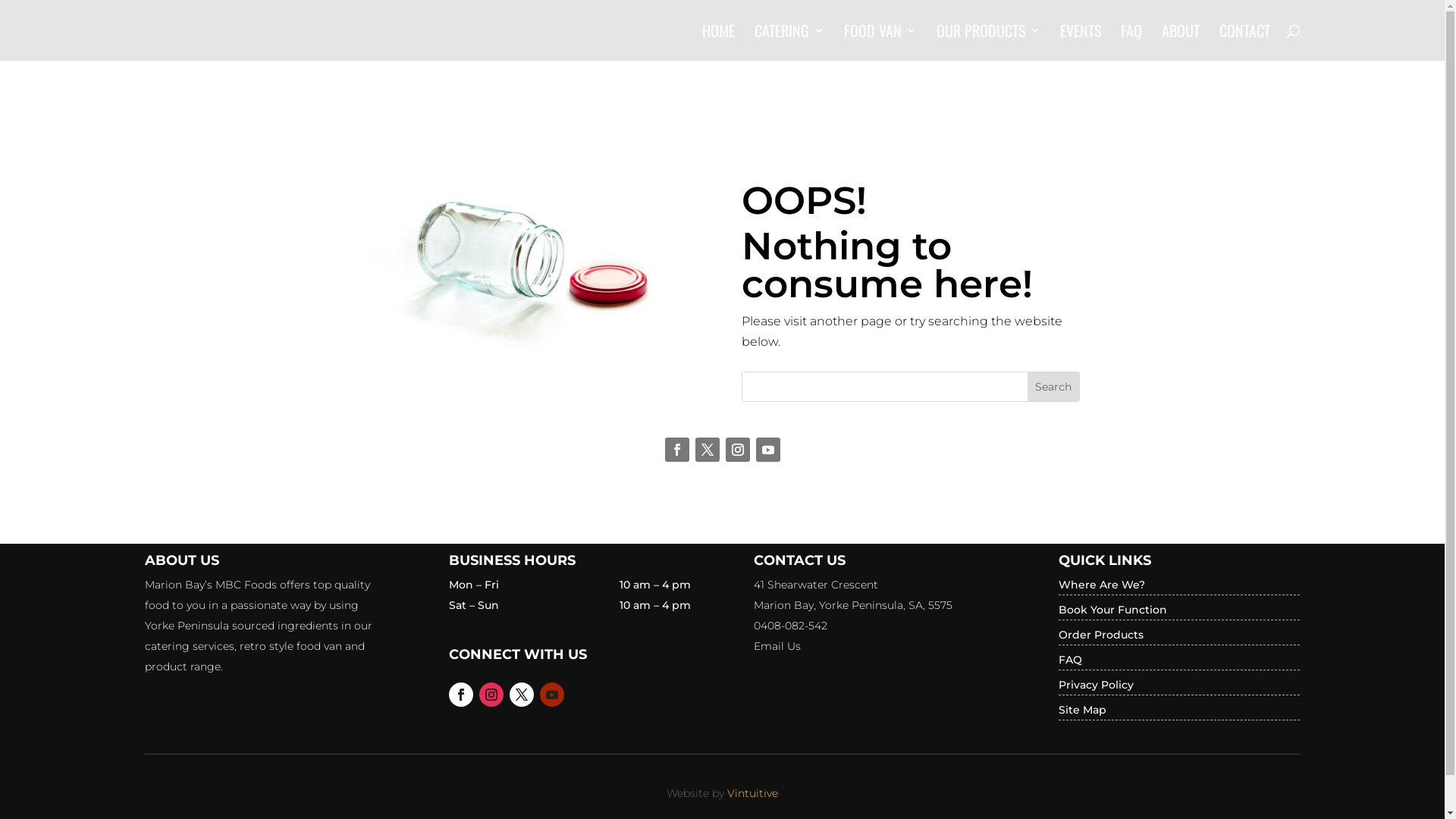  What do you see at coordinates (1244, 42) in the screenshot?
I see `'CONTACT'` at bounding box center [1244, 42].